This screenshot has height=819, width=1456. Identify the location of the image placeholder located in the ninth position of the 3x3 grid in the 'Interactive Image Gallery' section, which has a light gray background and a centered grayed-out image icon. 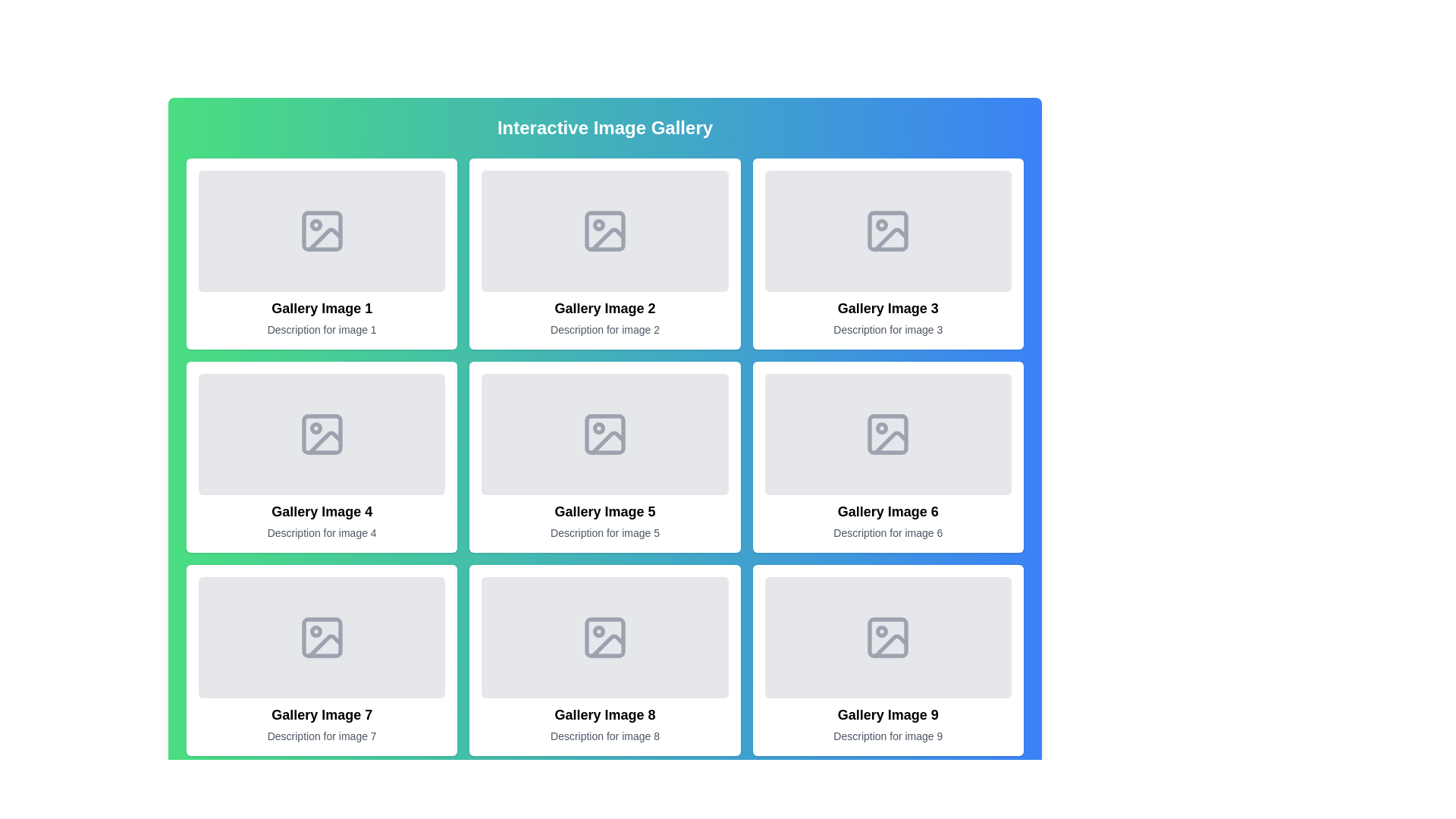
(888, 637).